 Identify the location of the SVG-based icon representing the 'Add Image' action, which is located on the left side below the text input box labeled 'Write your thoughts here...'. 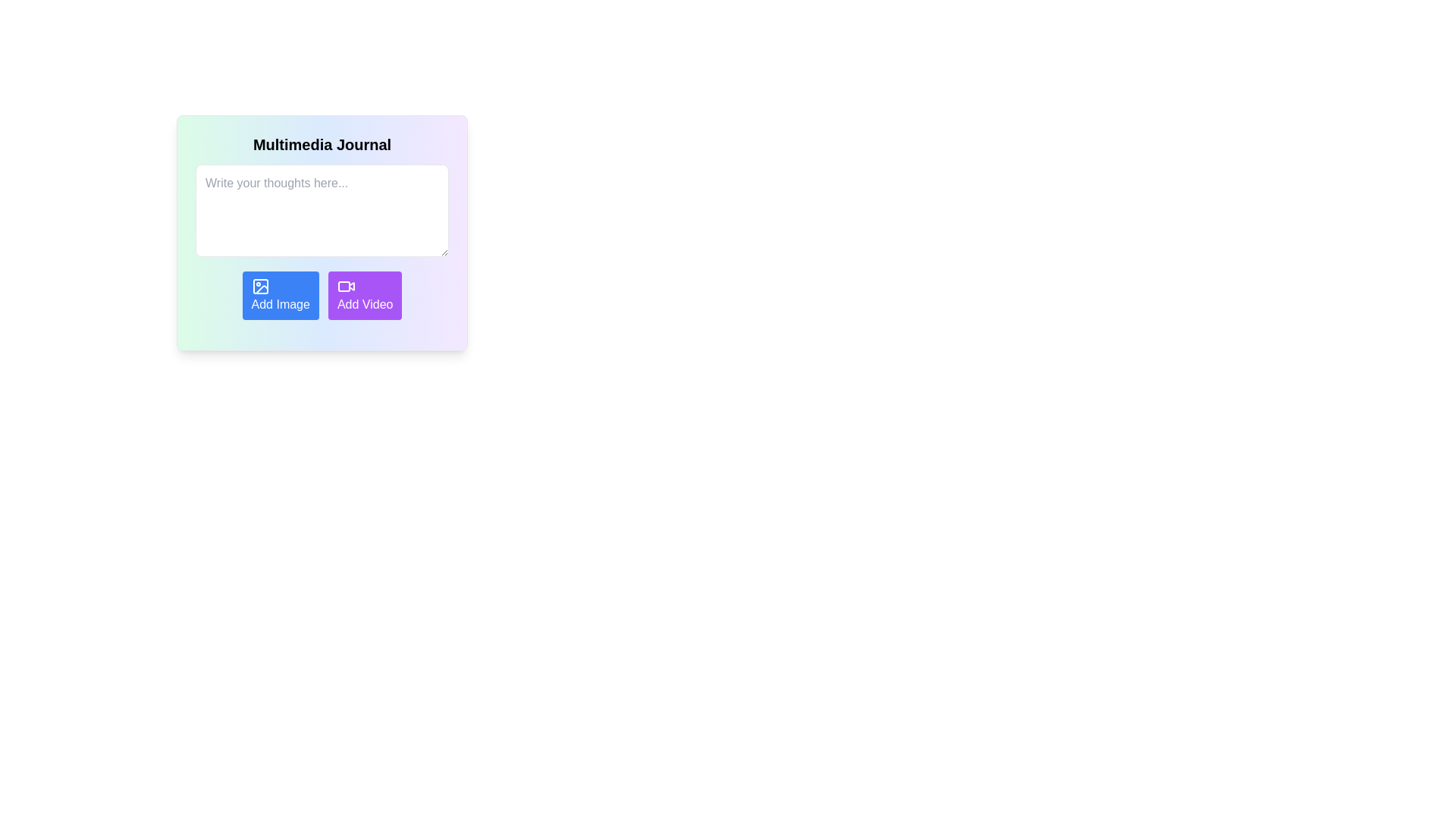
(260, 287).